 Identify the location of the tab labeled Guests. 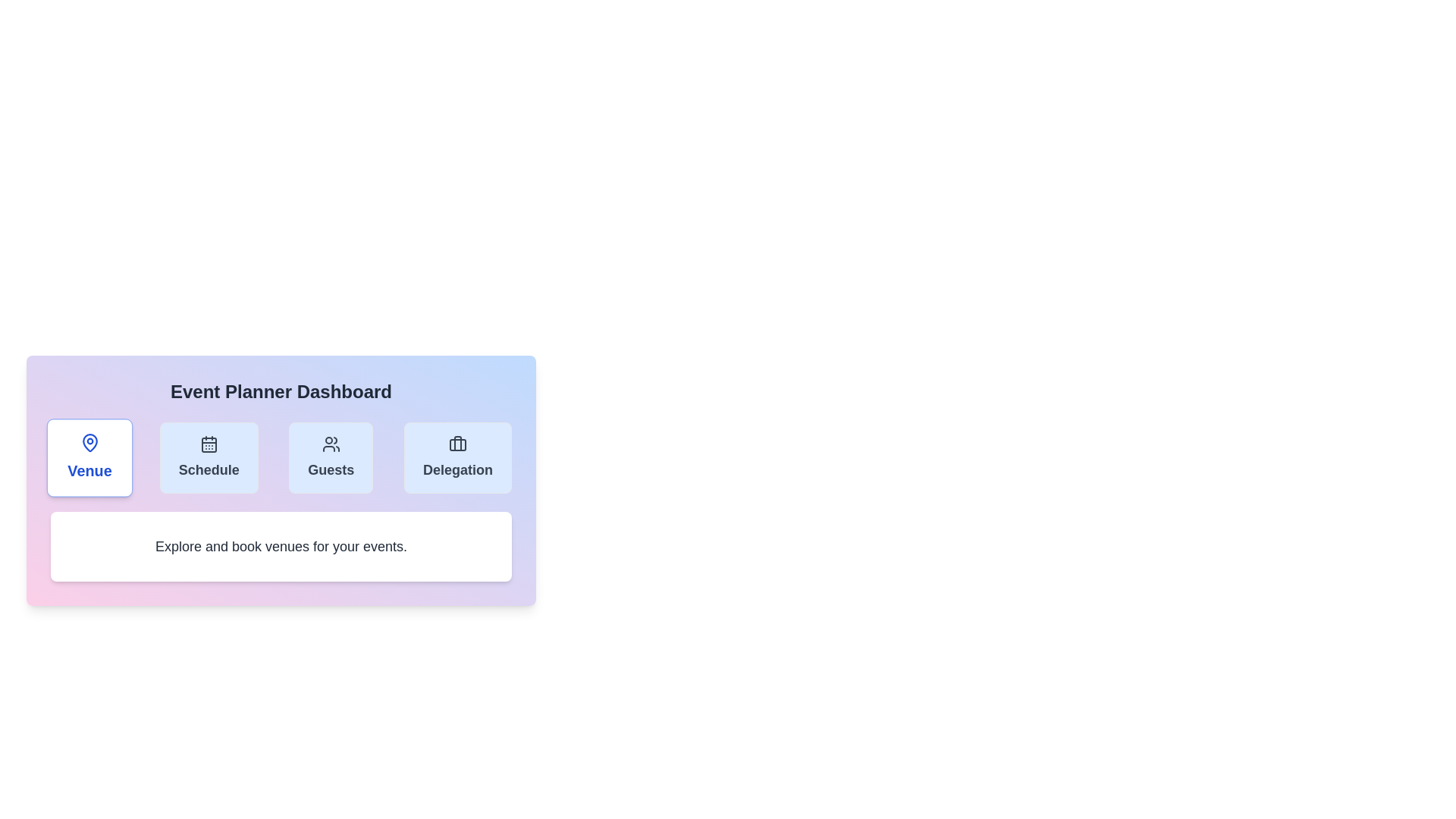
(330, 457).